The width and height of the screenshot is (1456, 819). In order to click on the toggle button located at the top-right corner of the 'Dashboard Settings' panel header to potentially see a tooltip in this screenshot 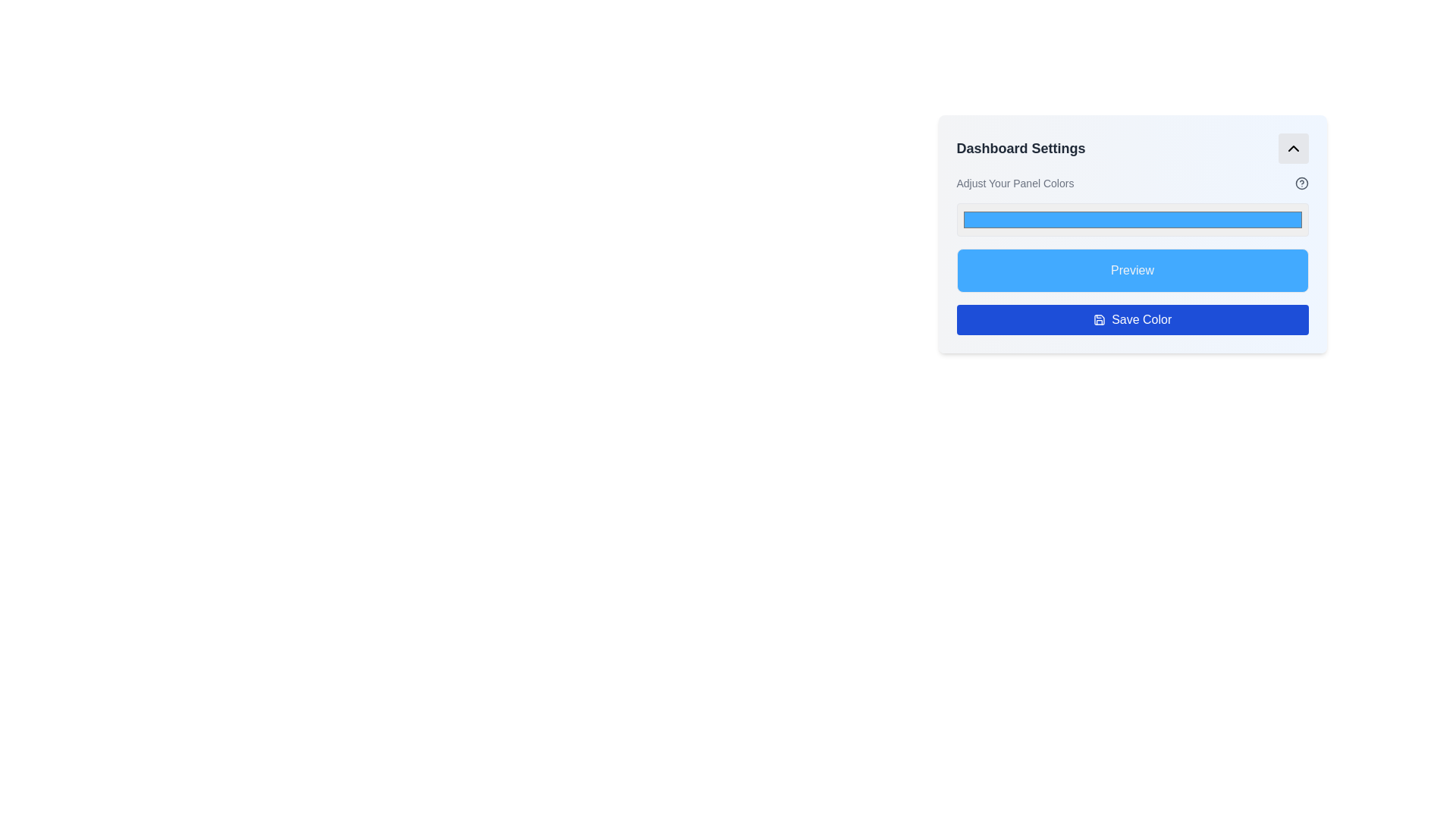, I will do `click(1292, 149)`.